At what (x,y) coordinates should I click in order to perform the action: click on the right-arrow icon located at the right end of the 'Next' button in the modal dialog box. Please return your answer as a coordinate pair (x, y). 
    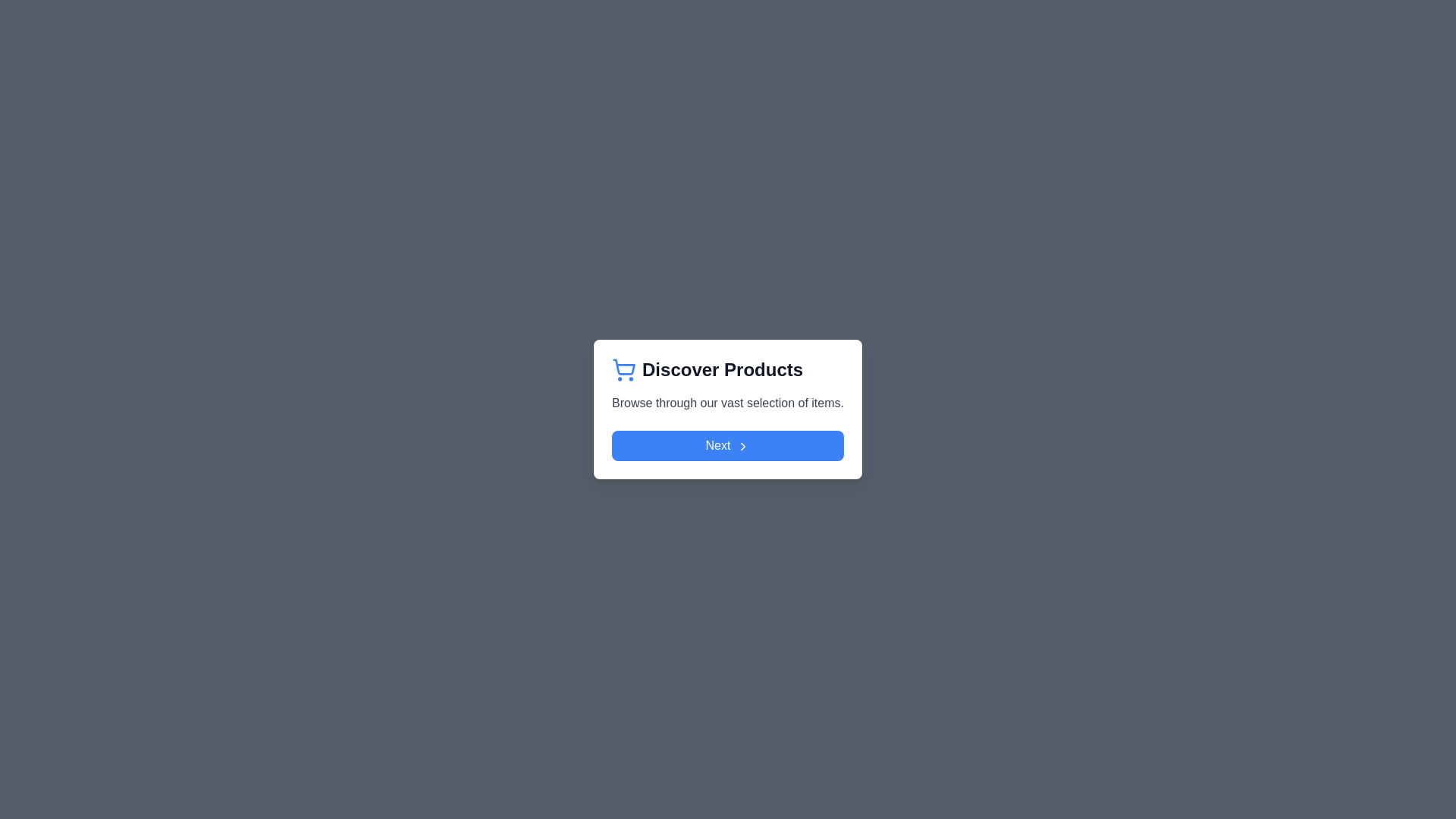
    Looking at the image, I should click on (743, 445).